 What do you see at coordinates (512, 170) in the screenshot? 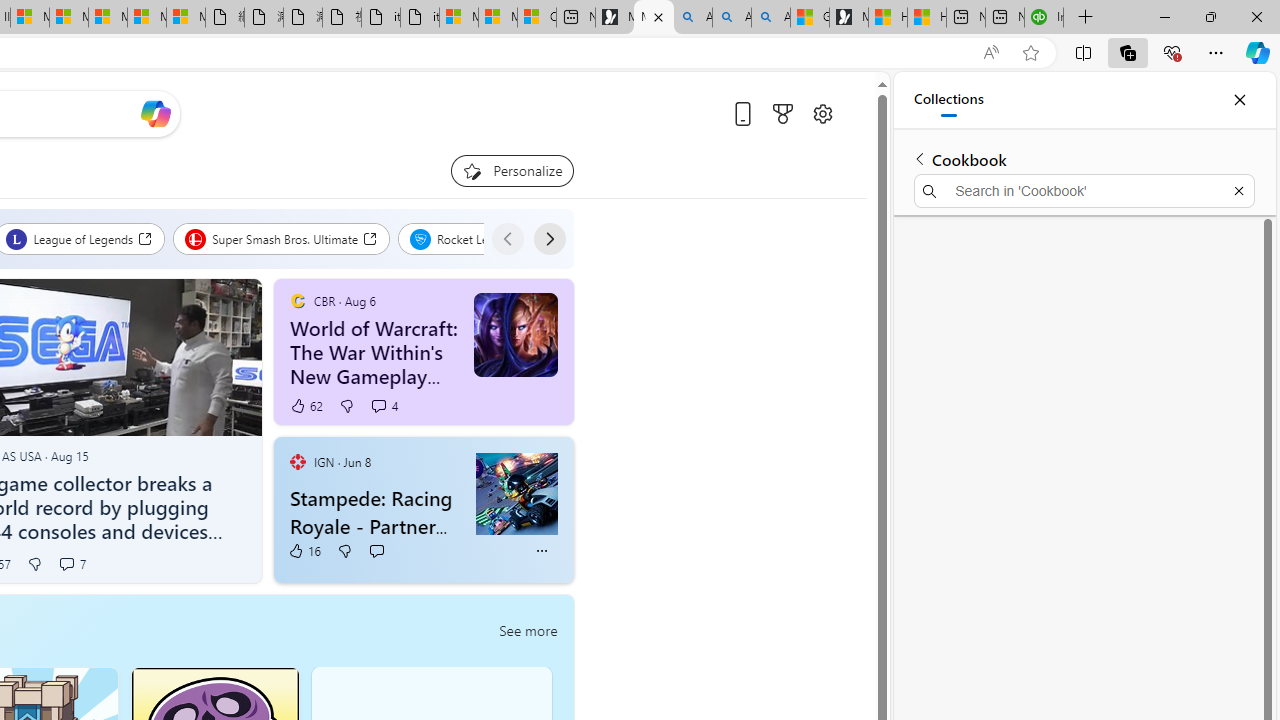
I see `'Personalize your feed"'` at bounding box center [512, 170].